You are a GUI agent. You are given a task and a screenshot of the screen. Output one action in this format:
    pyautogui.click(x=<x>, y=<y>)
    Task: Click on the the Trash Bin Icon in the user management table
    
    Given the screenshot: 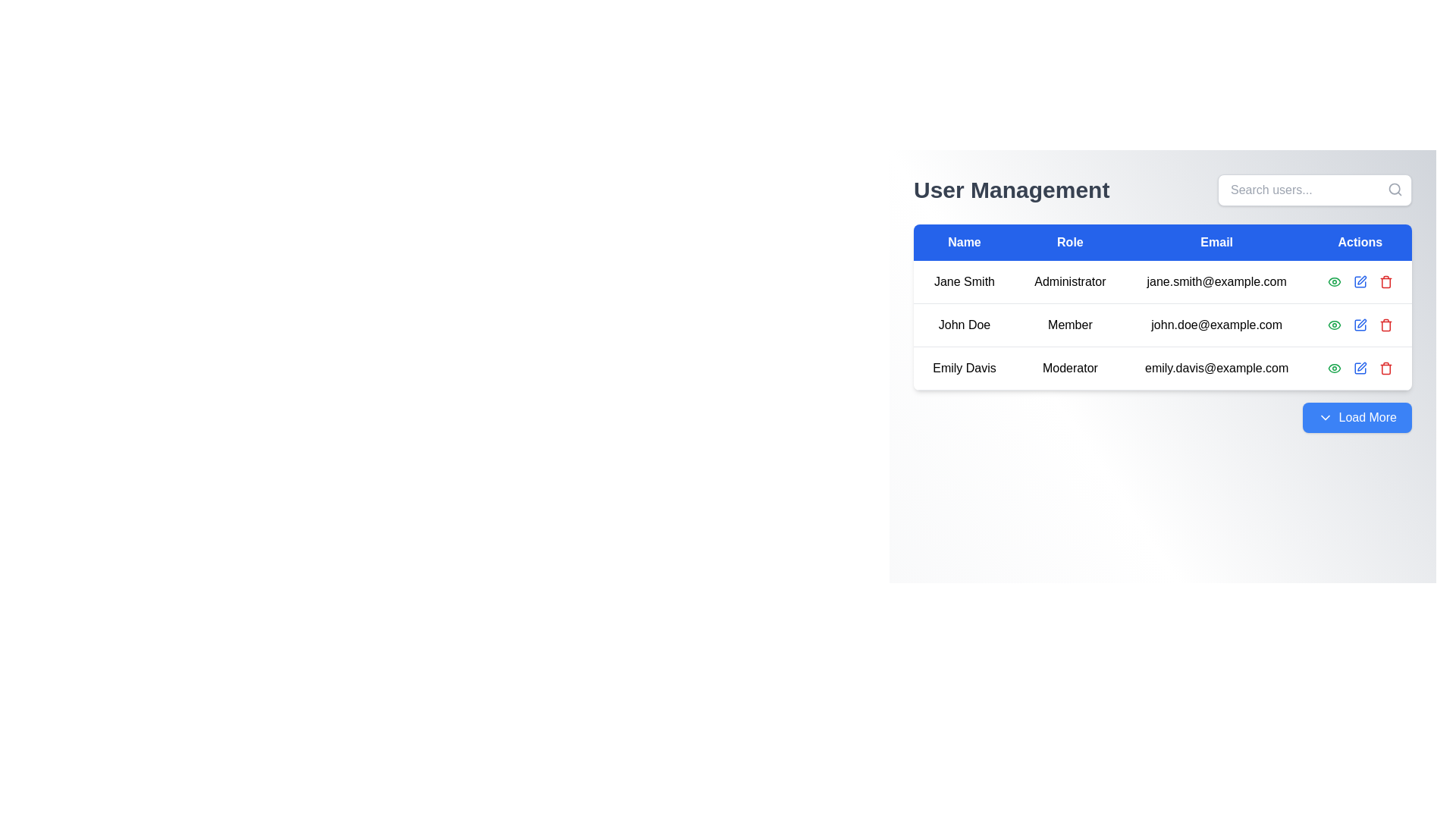 What is the action you would take?
    pyautogui.click(x=1385, y=281)
    